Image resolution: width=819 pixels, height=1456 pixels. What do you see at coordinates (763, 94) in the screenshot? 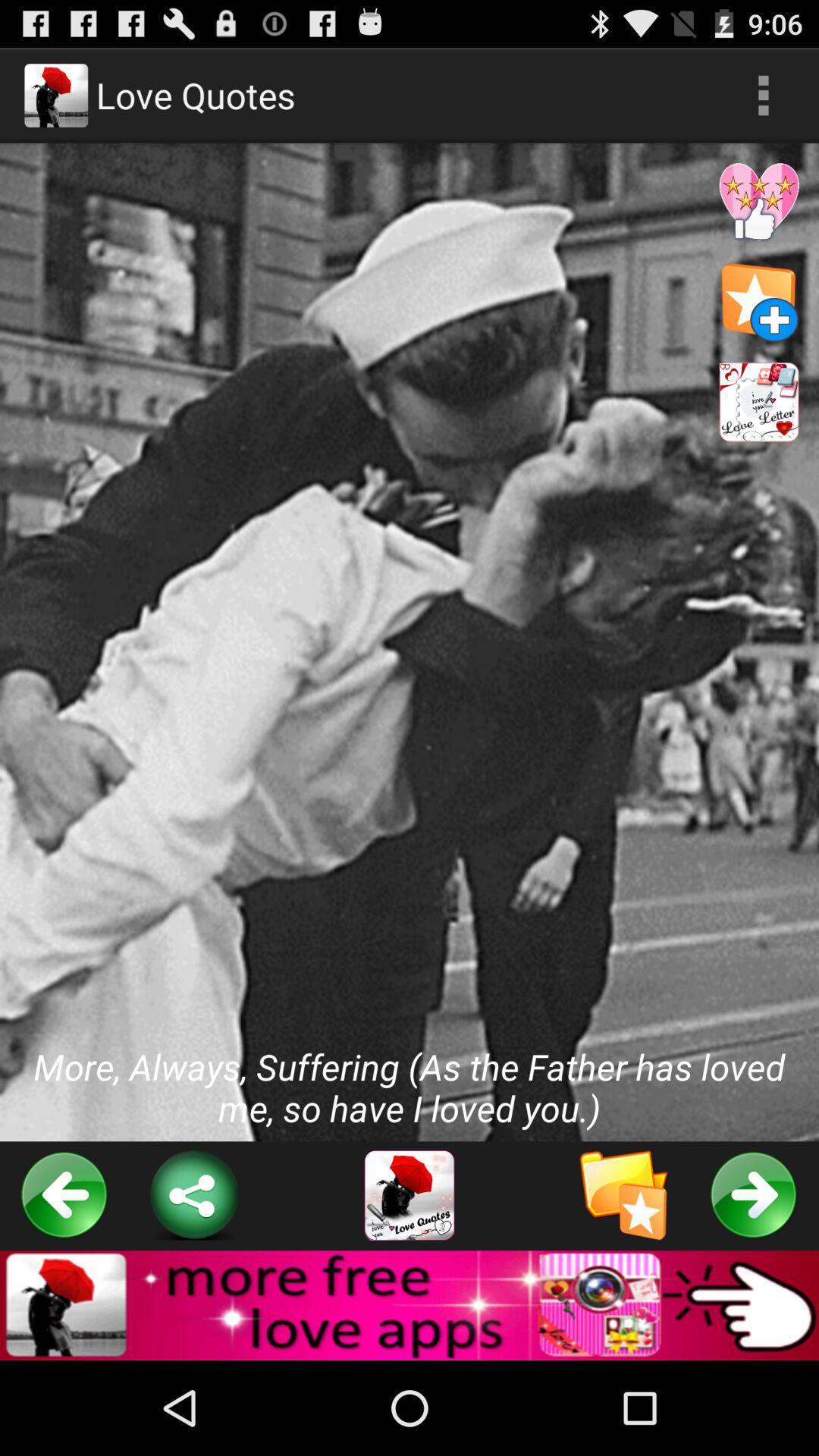
I see `item next to the love quotes app` at bounding box center [763, 94].